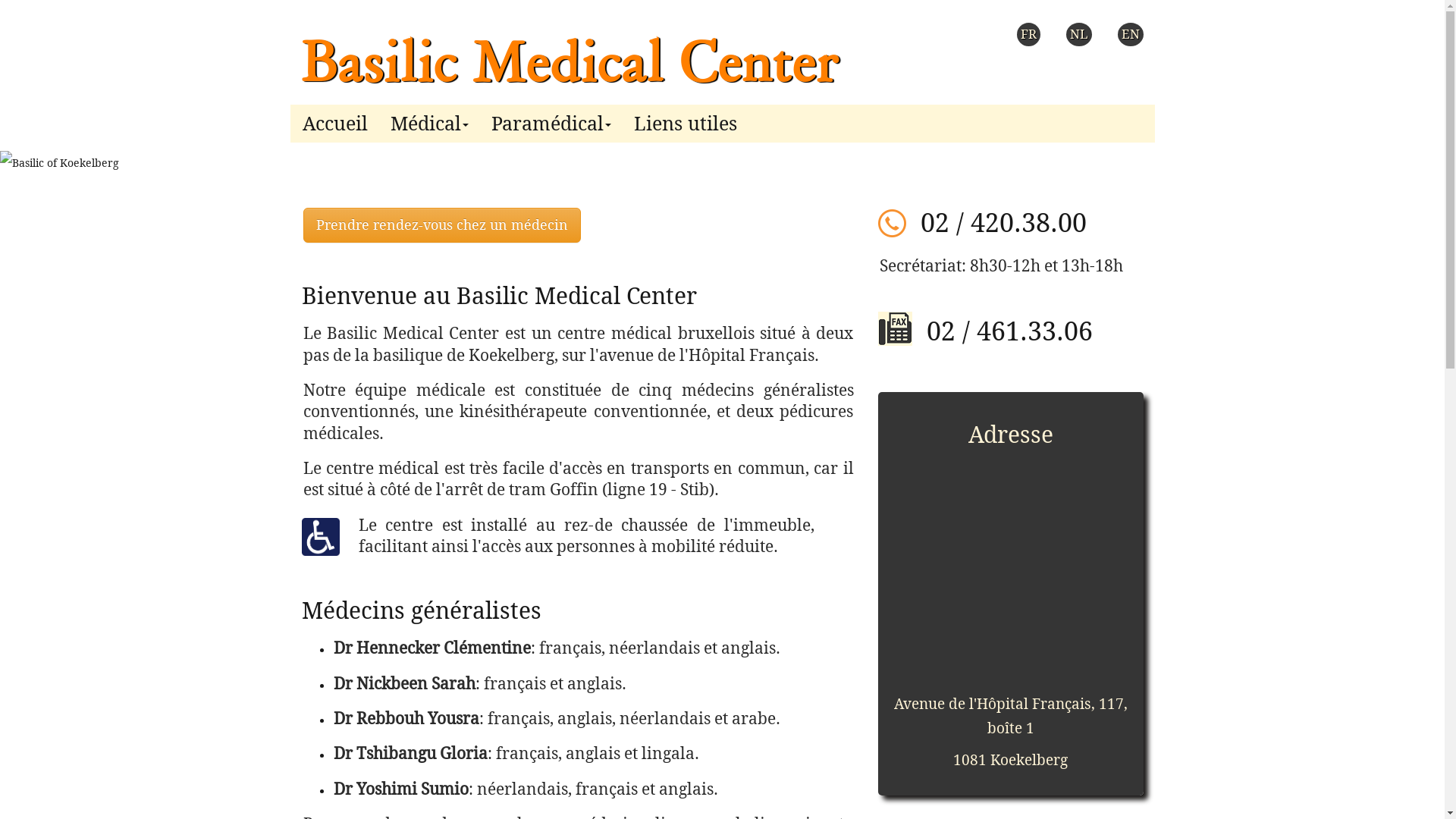  Describe the element at coordinates (683, 119) in the screenshot. I see `'Liens utiles'` at that location.